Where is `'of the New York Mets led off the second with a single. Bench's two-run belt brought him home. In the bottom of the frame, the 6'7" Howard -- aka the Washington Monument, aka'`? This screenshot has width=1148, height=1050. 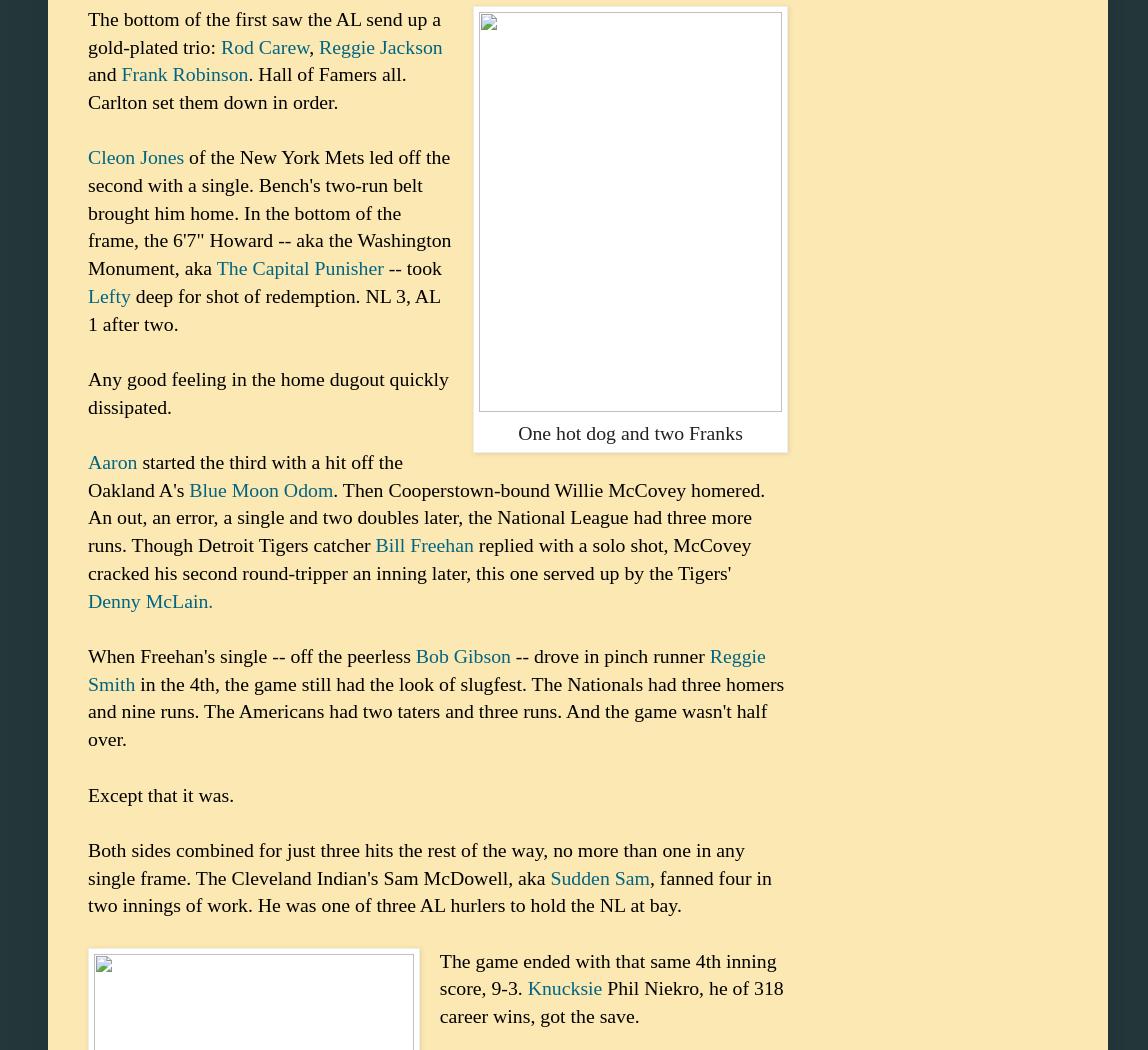 'of the New York Mets led off the second with a single. Bench's two-run belt brought him home. In the bottom of the frame, the 6'7" Howard -- aka the Washington Monument, aka' is located at coordinates (88, 211).